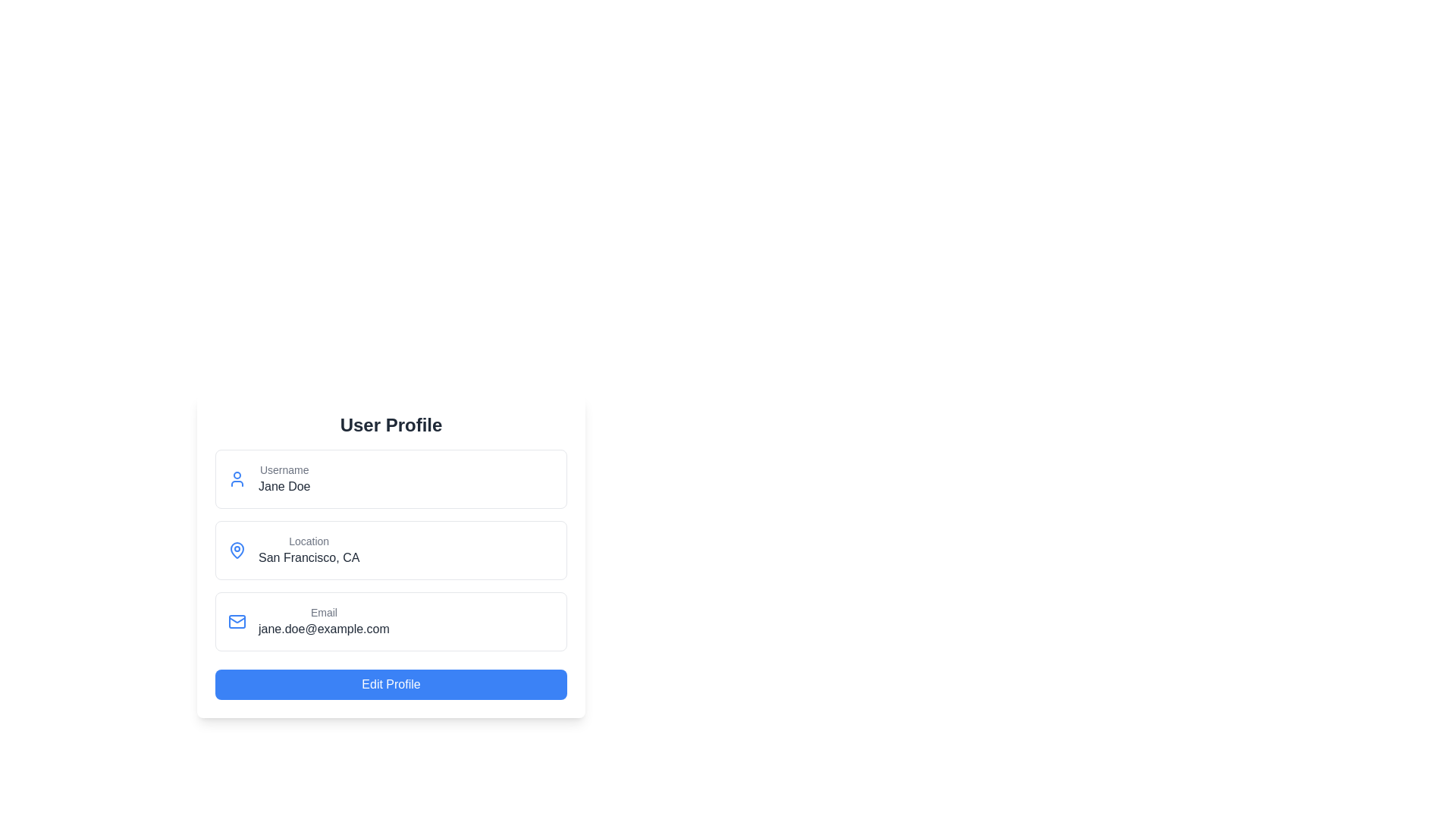 The width and height of the screenshot is (1456, 819). I want to click on the text label displaying 'Email' in a small gray font, located above the email address in the user profile section, so click(323, 611).